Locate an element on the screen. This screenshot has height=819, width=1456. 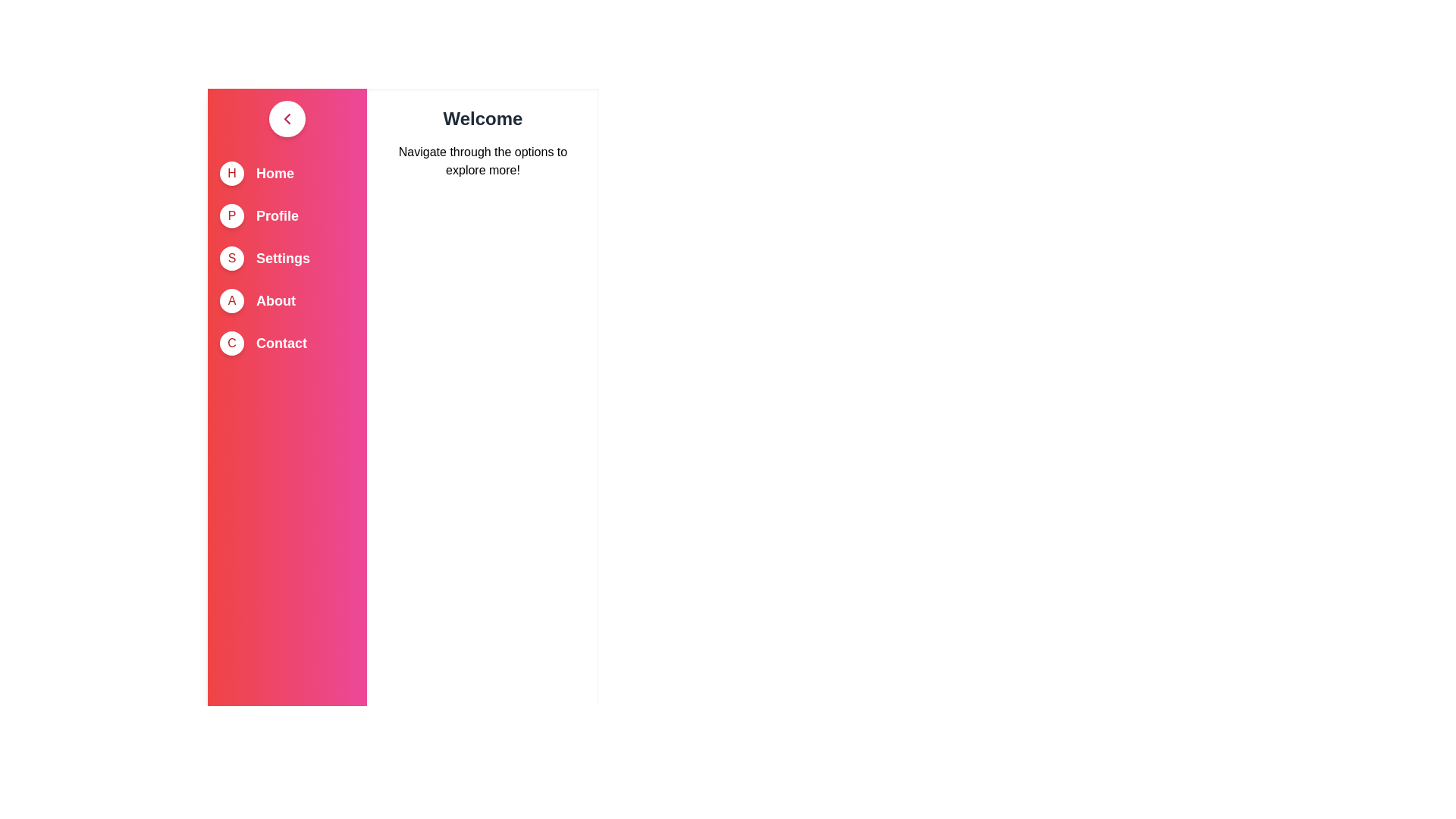
toggle button to change the drawer's state is located at coordinates (287, 118).